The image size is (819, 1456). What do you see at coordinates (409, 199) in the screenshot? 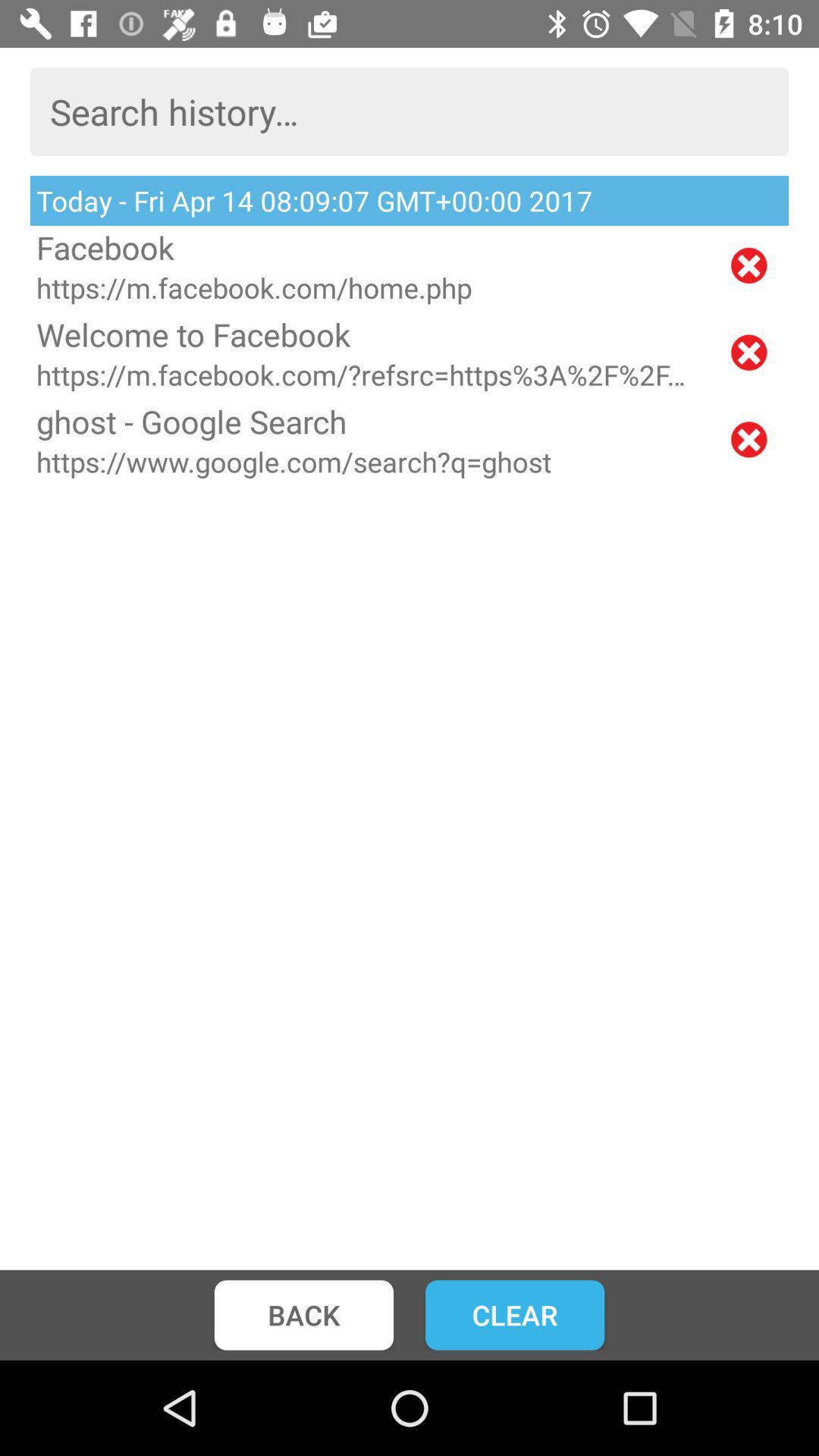
I see `the today fri apr item` at bounding box center [409, 199].